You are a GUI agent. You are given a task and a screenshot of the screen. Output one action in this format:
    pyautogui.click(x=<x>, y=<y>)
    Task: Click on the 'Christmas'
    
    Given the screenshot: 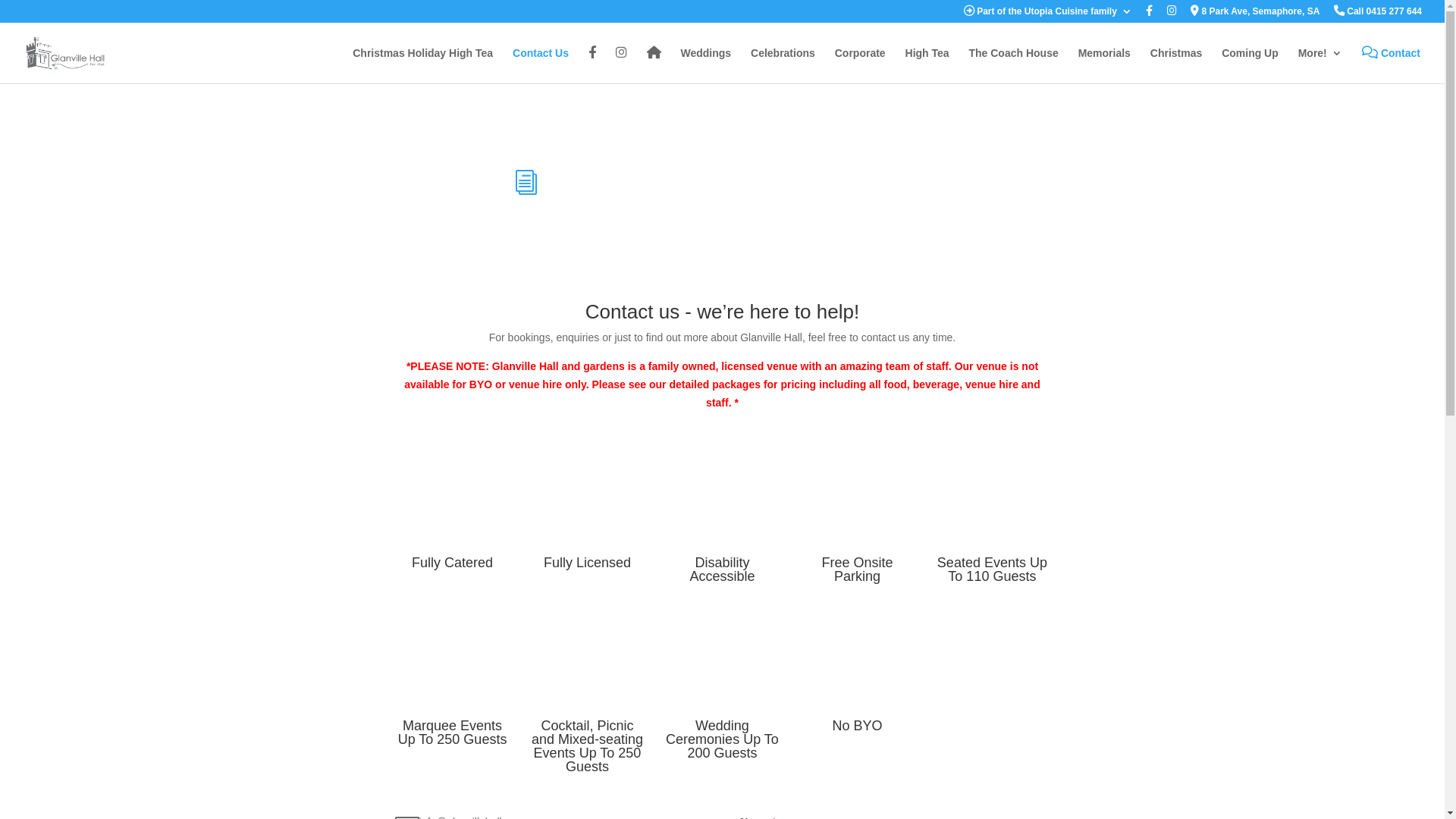 What is the action you would take?
    pyautogui.click(x=1175, y=64)
    